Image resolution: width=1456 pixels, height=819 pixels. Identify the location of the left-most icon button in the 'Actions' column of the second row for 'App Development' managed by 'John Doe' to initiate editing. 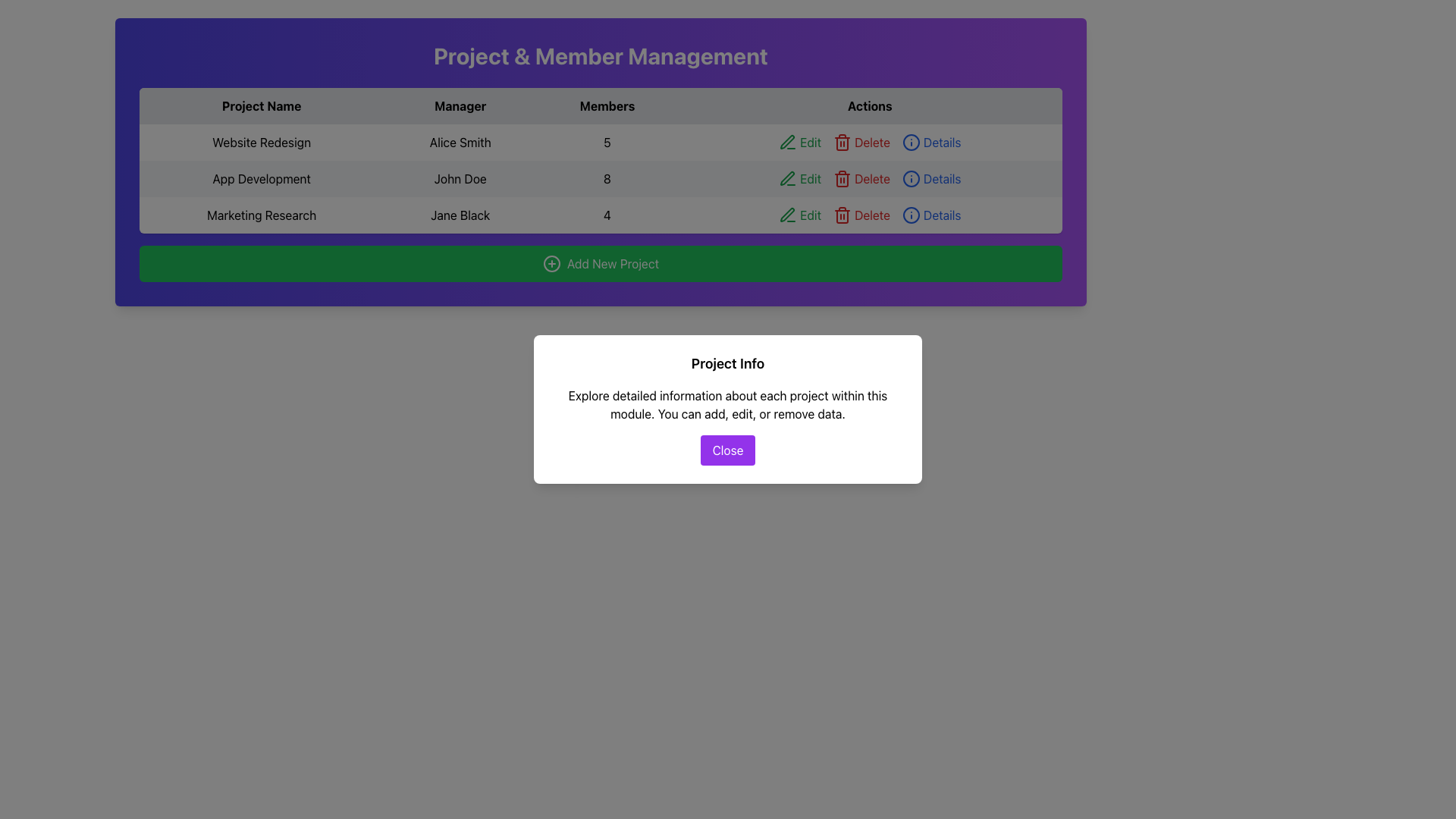
(786, 141).